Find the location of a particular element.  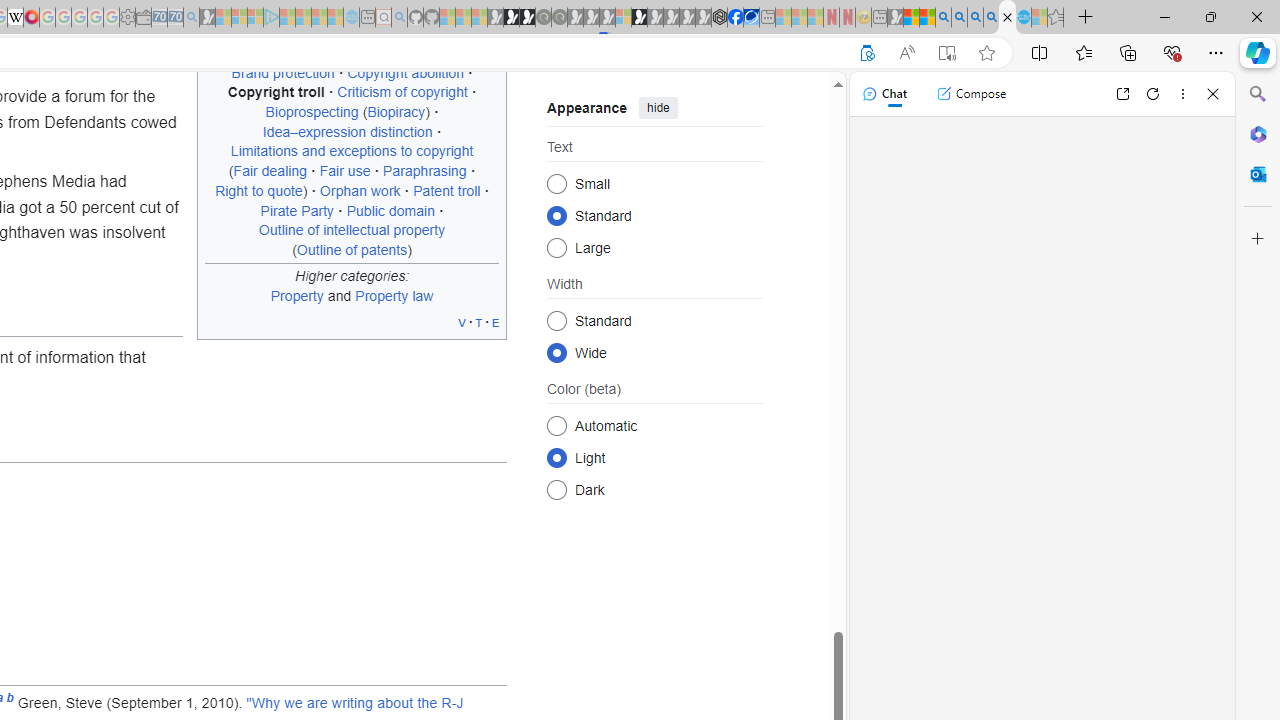

'Restore' is located at coordinates (1209, 16).